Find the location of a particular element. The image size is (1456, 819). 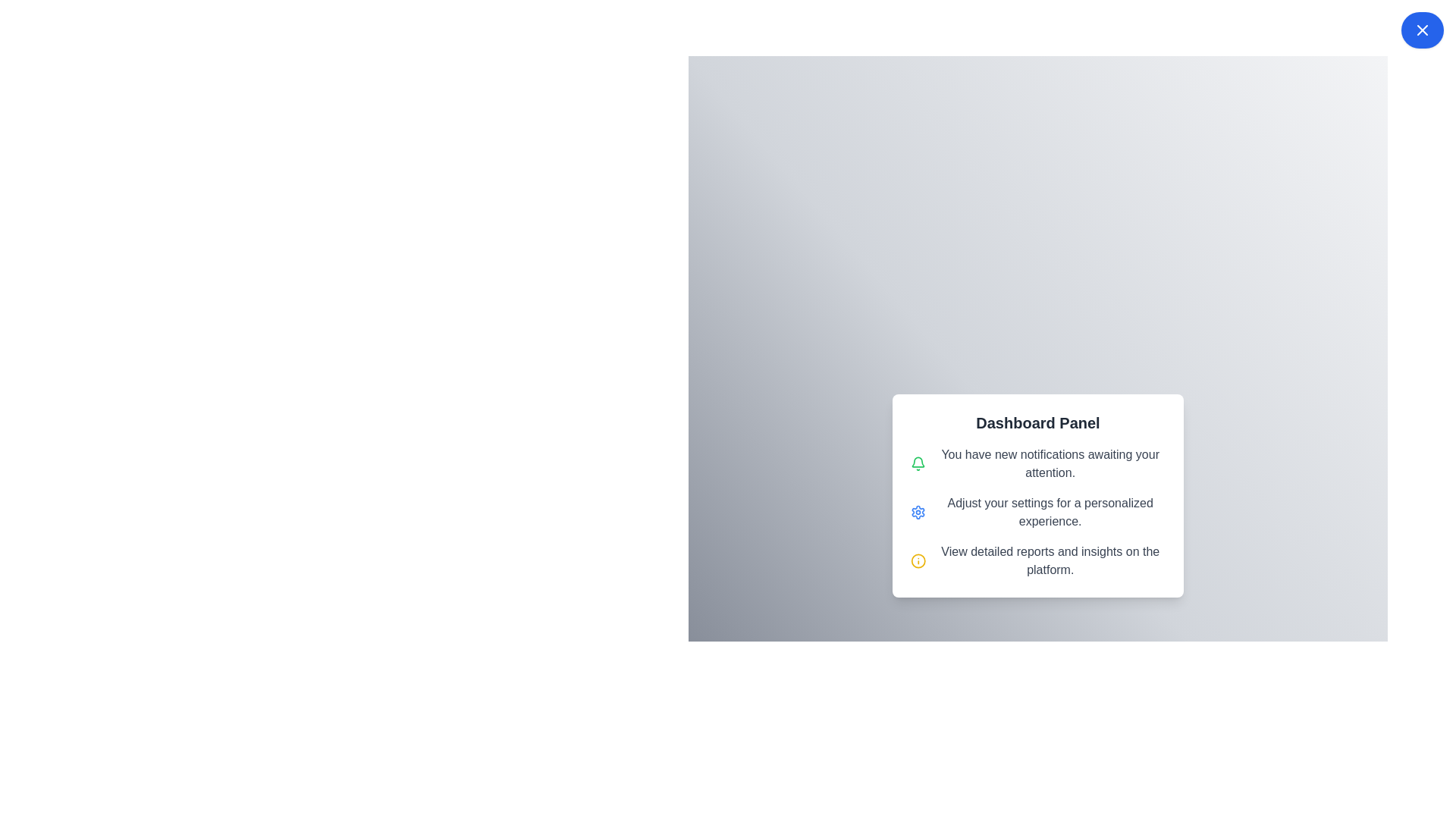

the text label with an icon that provides information about viewing detailed reports and insights, located in the third row of a vertical stack in the dashboard's panel is located at coordinates (1037, 561).